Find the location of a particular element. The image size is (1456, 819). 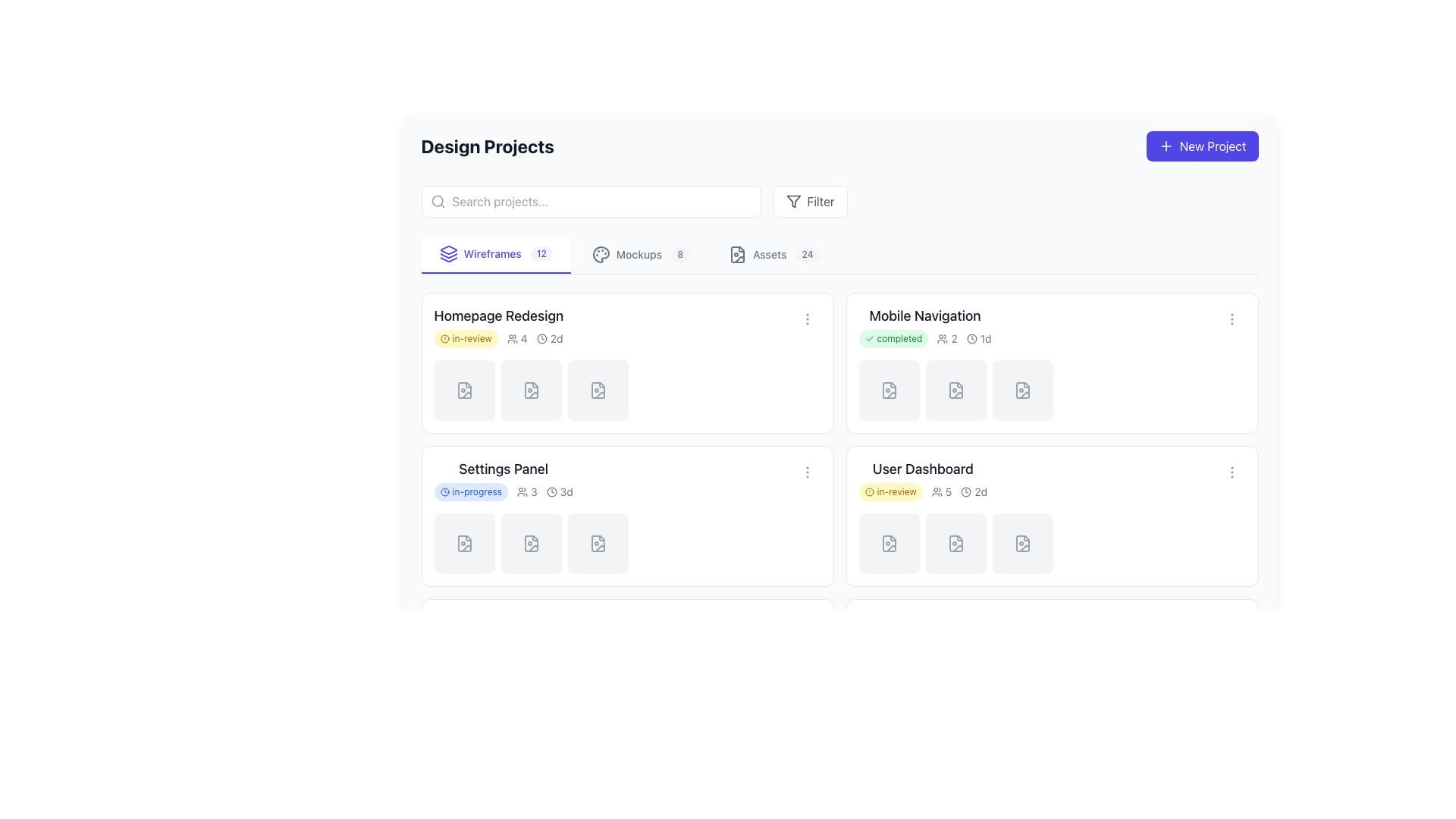

the SVG icon representing a document with an image, located in the fourth slot of the icons at the bottom of the 'User Dashboard' card is located at coordinates (1022, 543).